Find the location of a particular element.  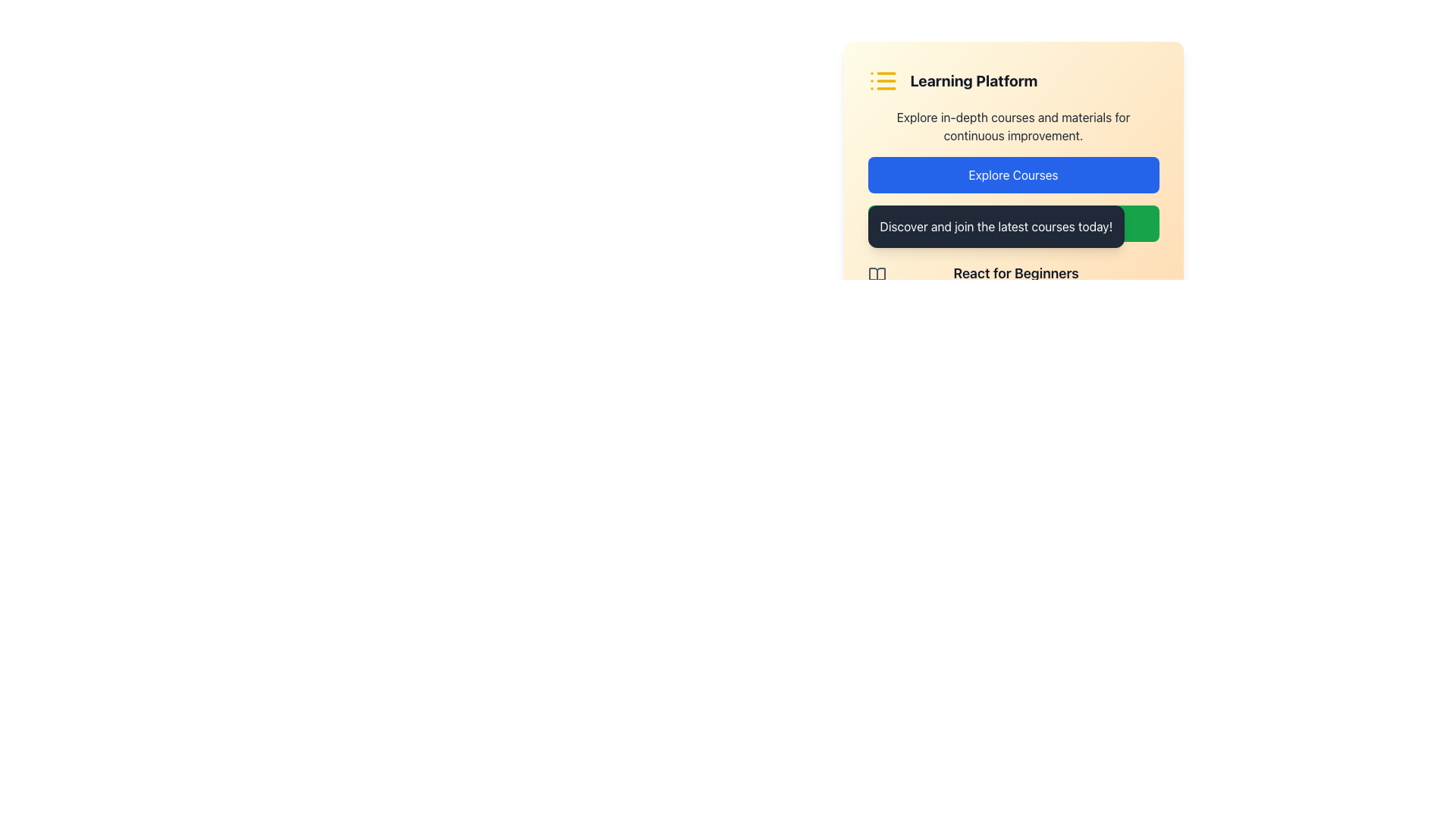

the open book icon, which has a thin stroke outline and is styled in gray color is located at coordinates (877, 275).